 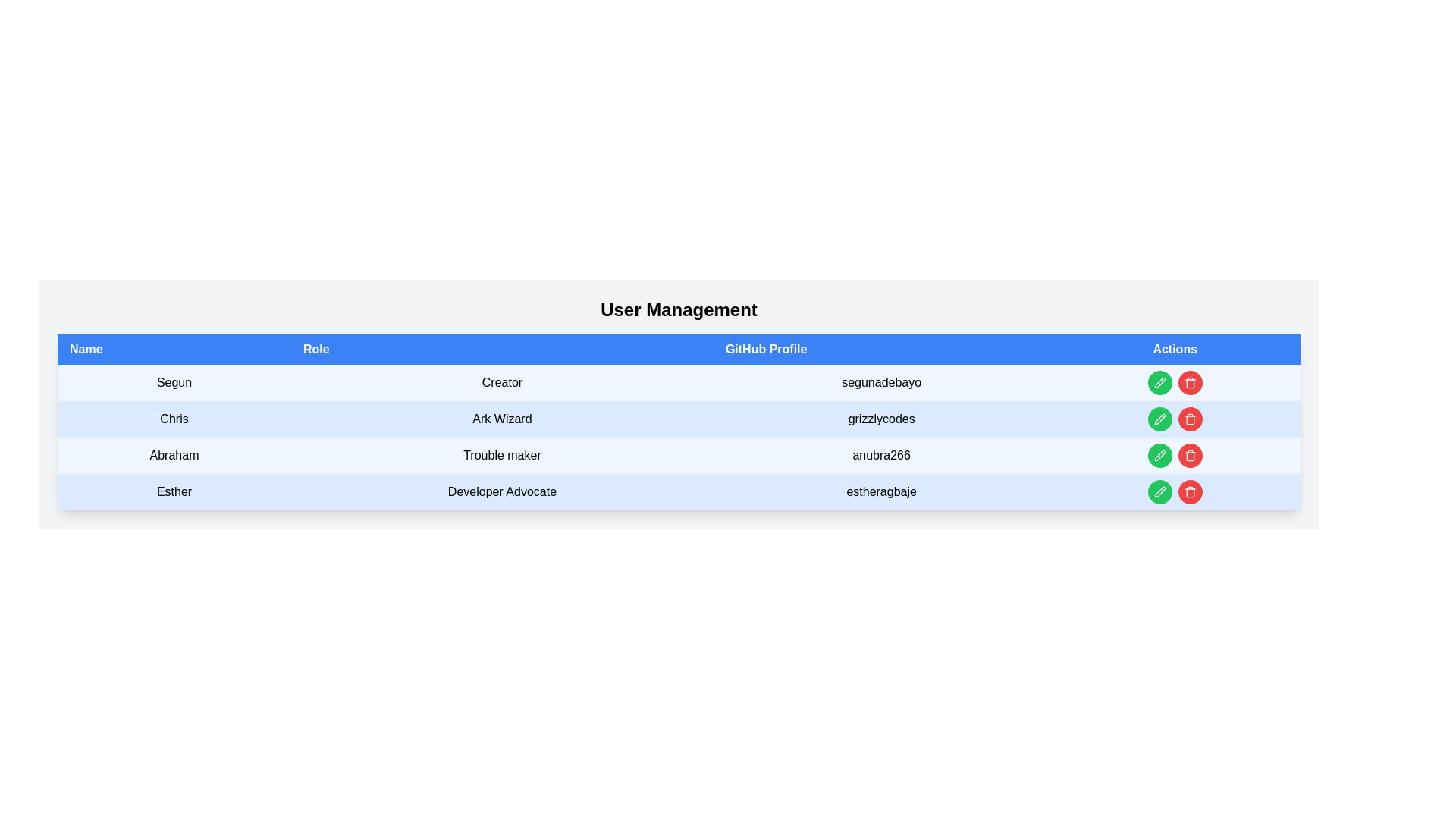 What do you see at coordinates (1159, 382) in the screenshot?
I see `the pencil icon in the 'Actions' column of the second row (Chris) in the 'User Management' table to initiate an edit action for the associated entry` at bounding box center [1159, 382].